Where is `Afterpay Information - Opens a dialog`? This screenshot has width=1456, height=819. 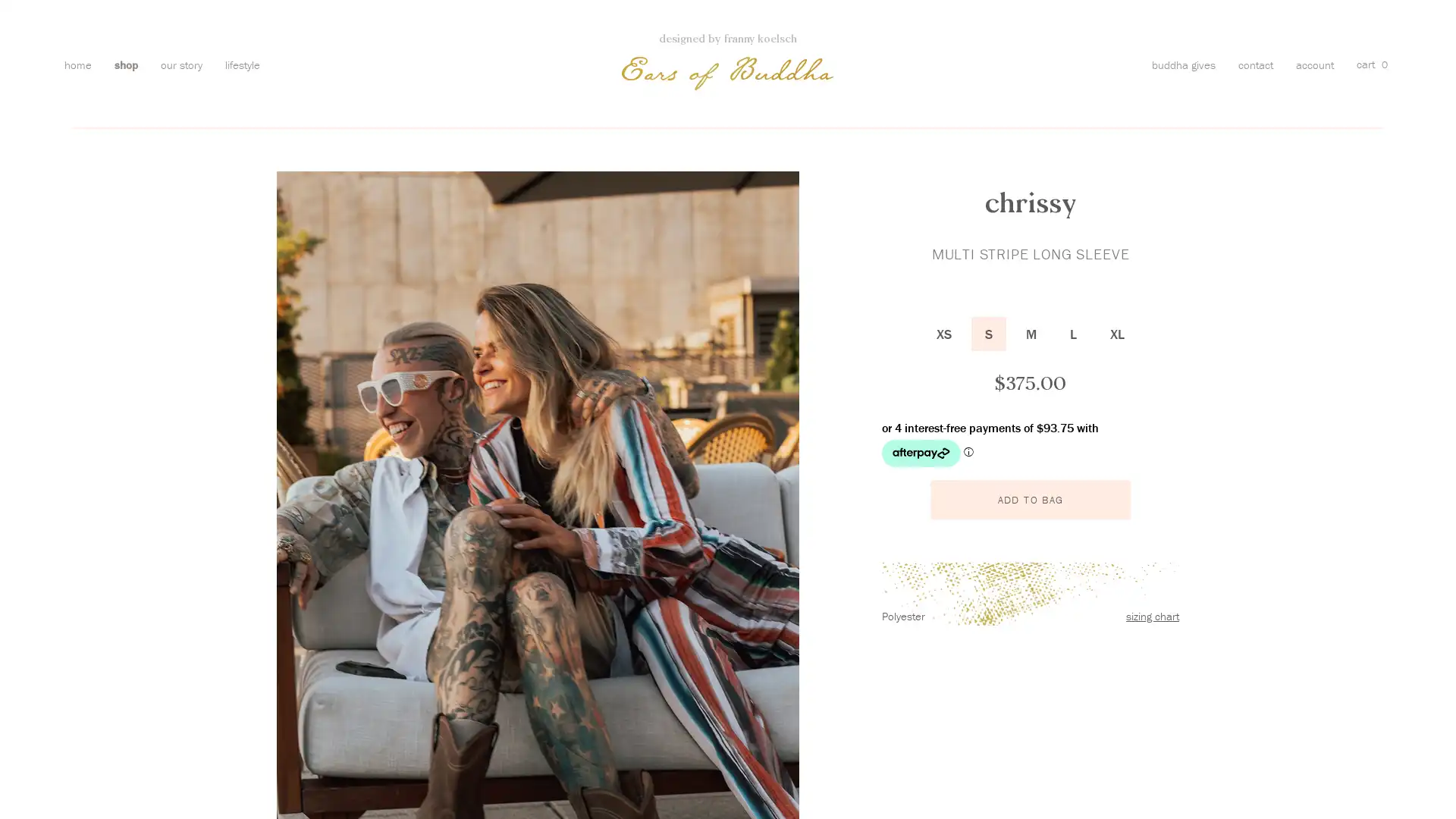
Afterpay Information - Opens a dialog is located at coordinates (968, 455).